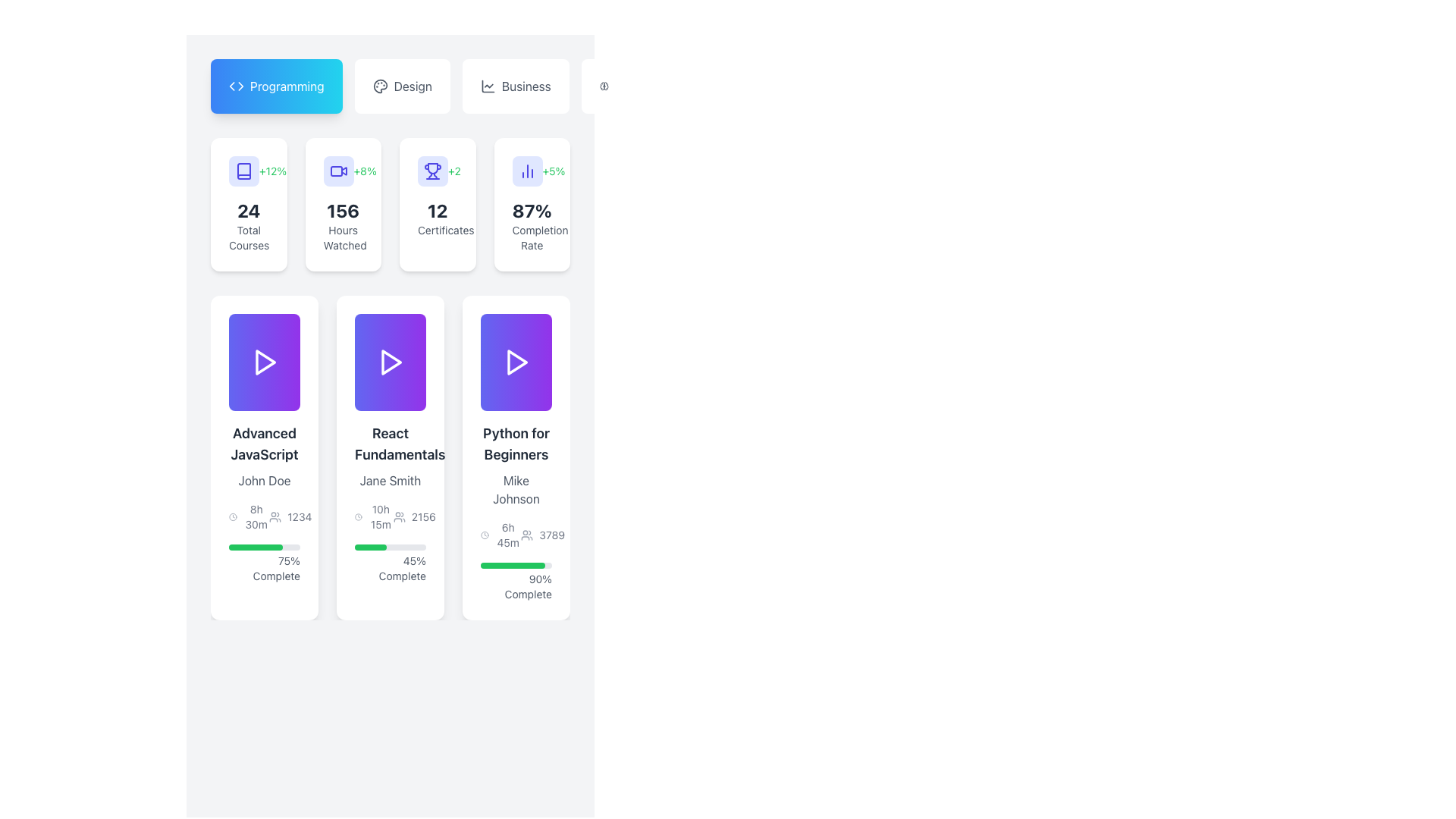 The image size is (1456, 819). I want to click on the informational display component that shows course duration ('8h 30m') and number of participants ('1234') within the 'Advanced JavaScript' card, located above the progress bar labeled '75% Complete', so click(265, 516).